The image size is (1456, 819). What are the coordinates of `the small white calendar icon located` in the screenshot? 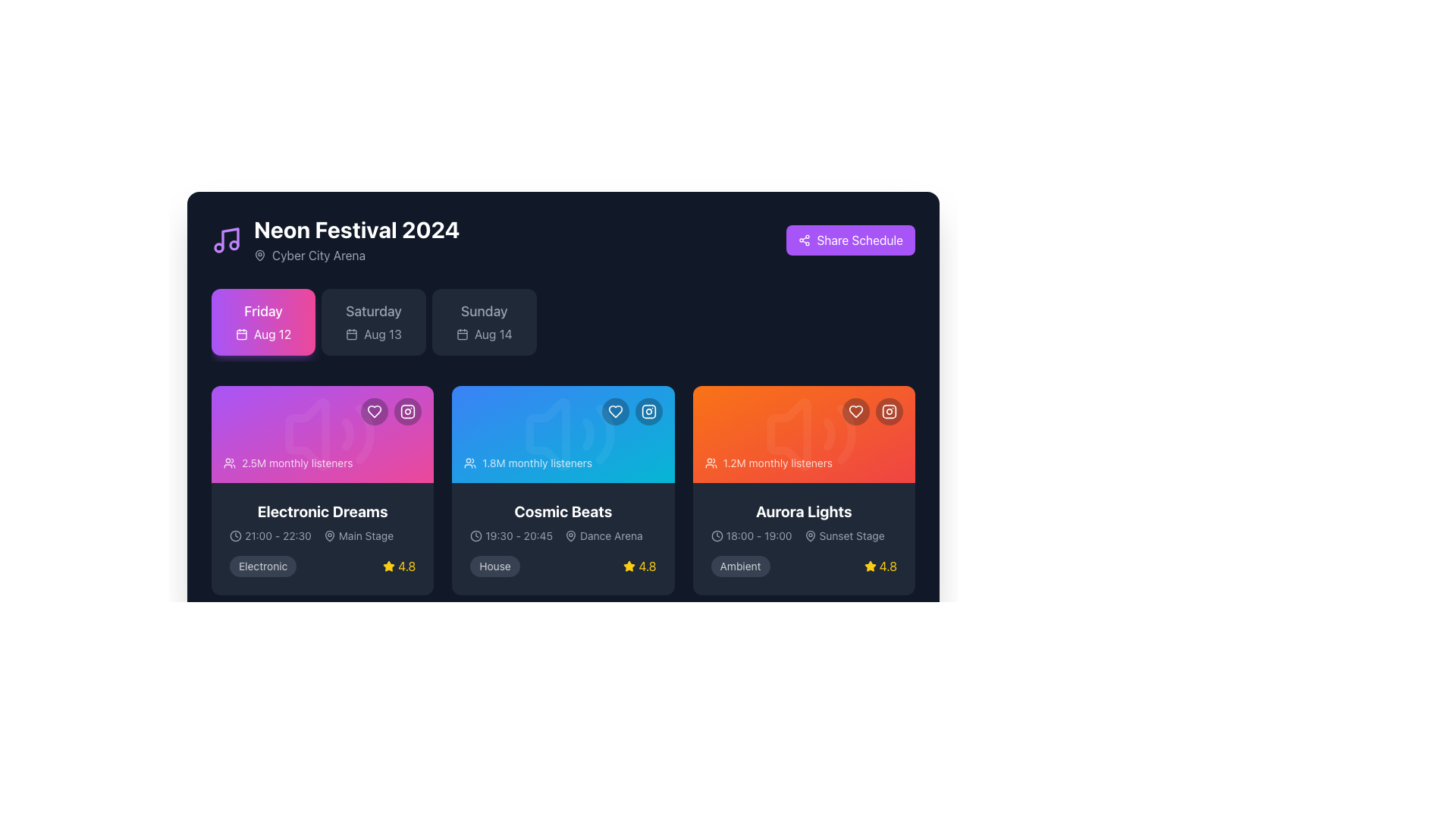 It's located at (240, 333).